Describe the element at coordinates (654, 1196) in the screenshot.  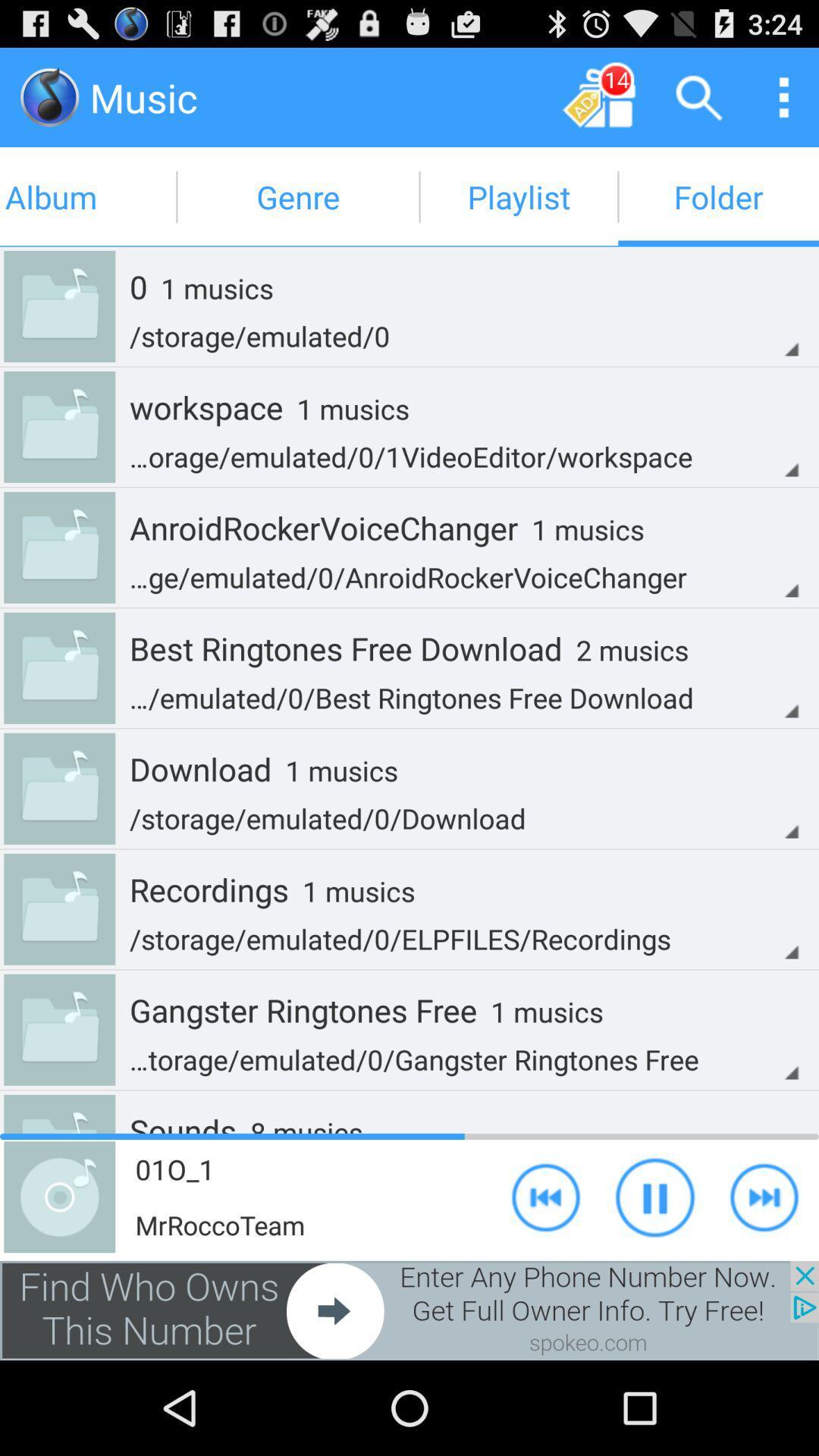
I see `pasue option` at that location.